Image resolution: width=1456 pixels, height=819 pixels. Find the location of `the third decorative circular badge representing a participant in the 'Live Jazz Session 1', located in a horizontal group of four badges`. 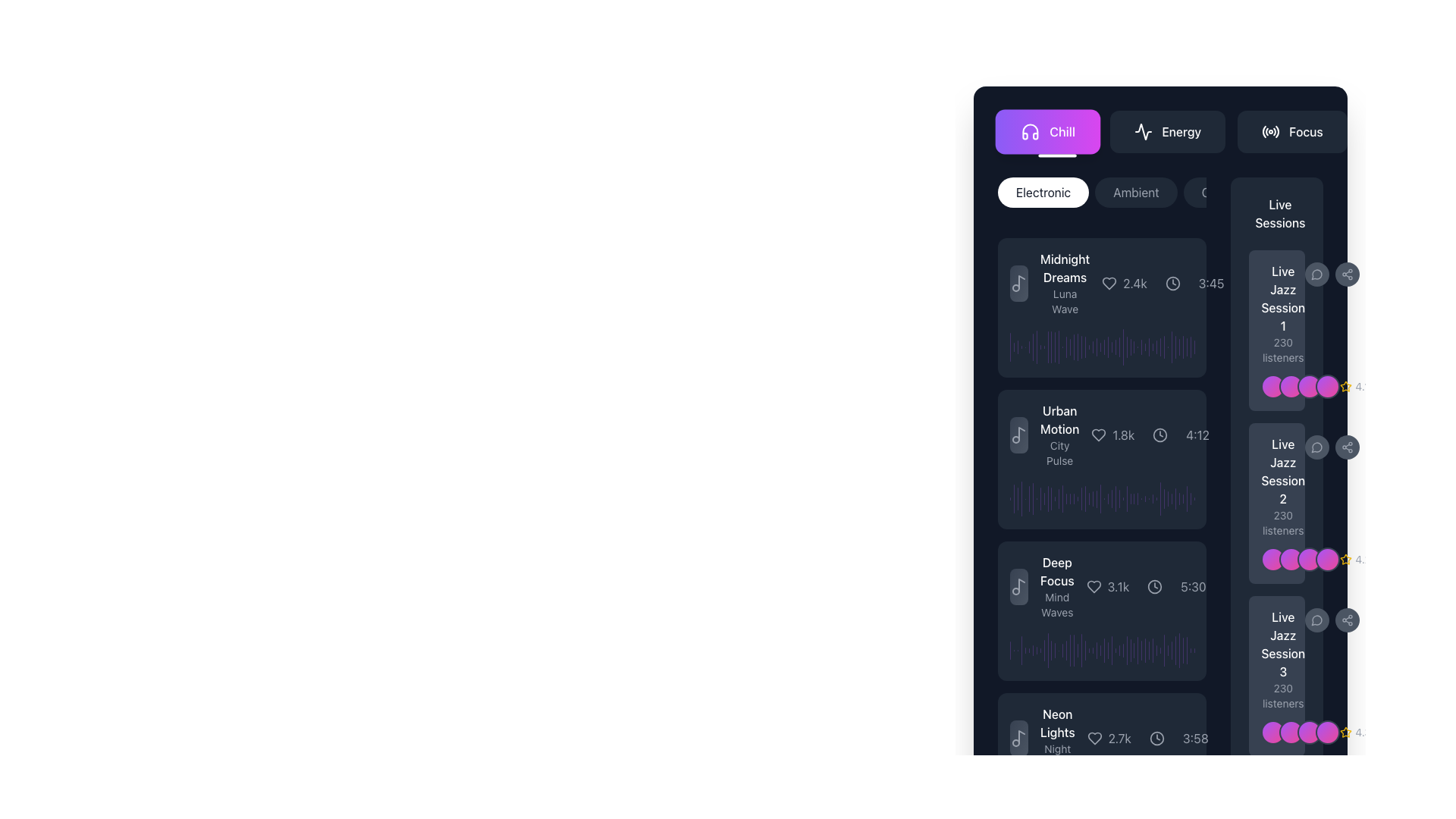

the third decorative circular badge representing a participant in the 'Live Jazz Session 1', located in a horizontal group of four badges is located at coordinates (1309, 385).